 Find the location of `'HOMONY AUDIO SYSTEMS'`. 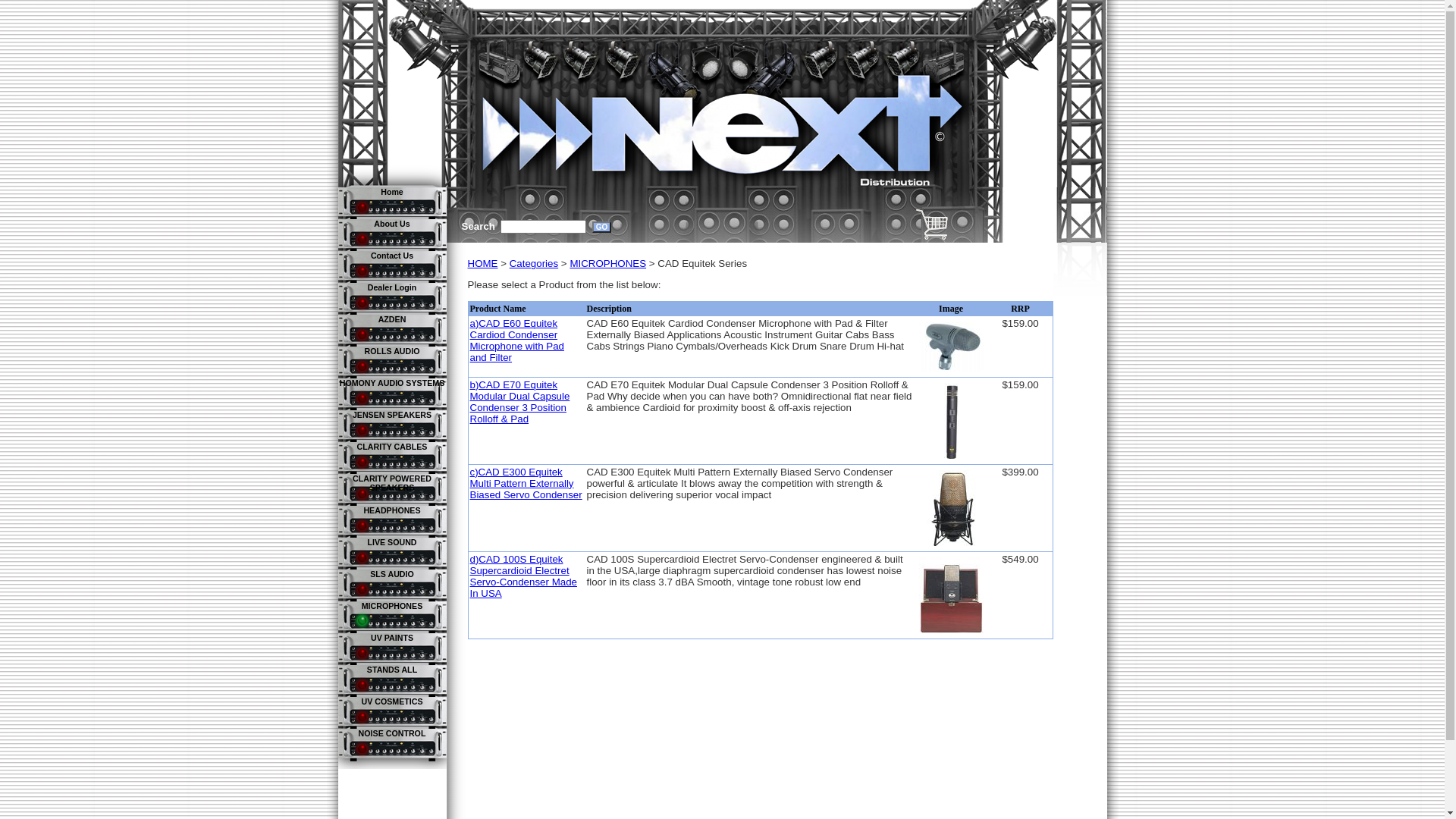

'HOMONY AUDIO SYSTEMS' is located at coordinates (392, 382).